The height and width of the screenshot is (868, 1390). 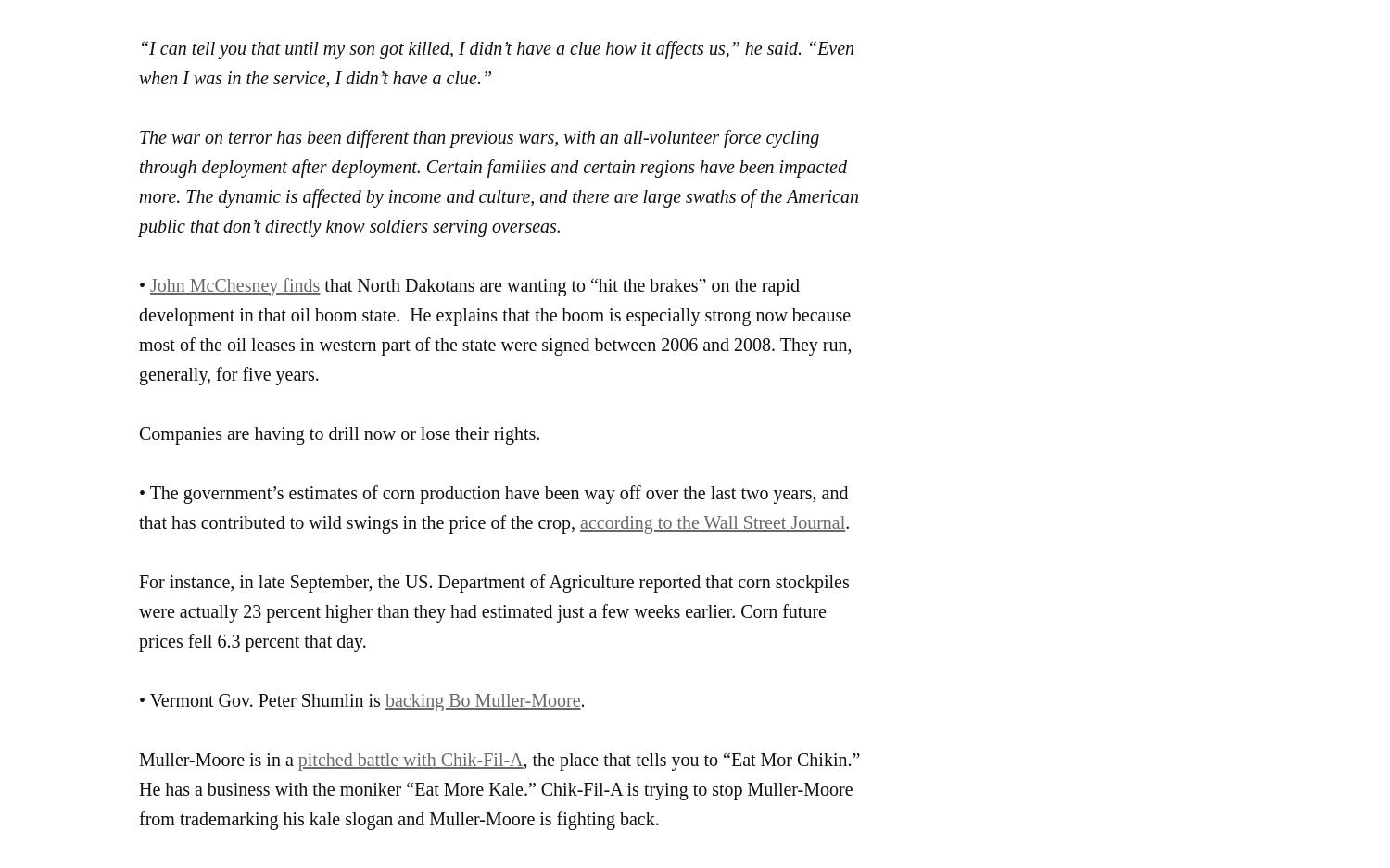 What do you see at coordinates (338, 432) in the screenshot?
I see `'Companies are having to drill now or lose their rights.'` at bounding box center [338, 432].